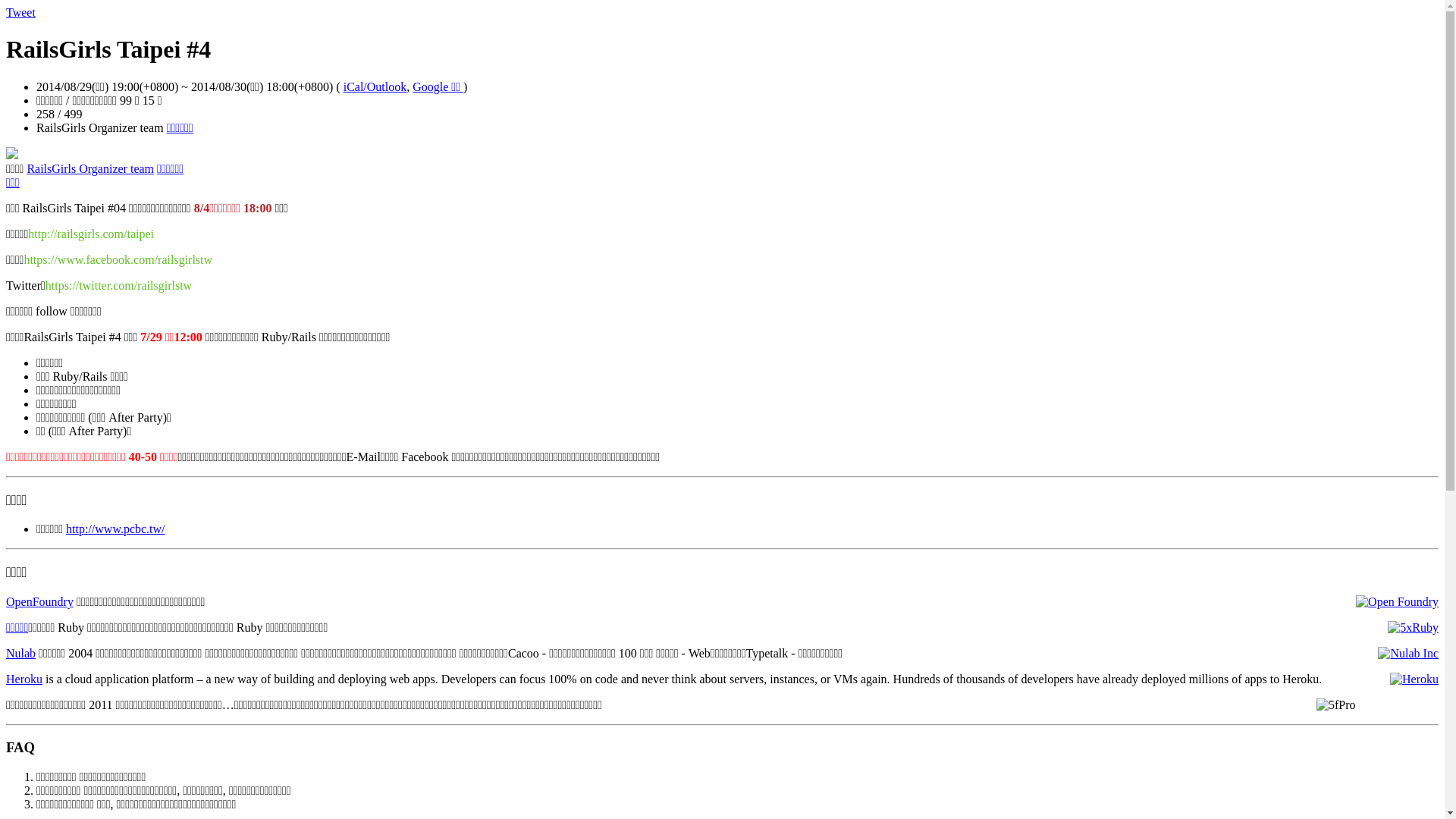 The image size is (1456, 819). Describe the element at coordinates (117, 259) in the screenshot. I see `'https://www.facebook.com/railsgirlstw'` at that location.